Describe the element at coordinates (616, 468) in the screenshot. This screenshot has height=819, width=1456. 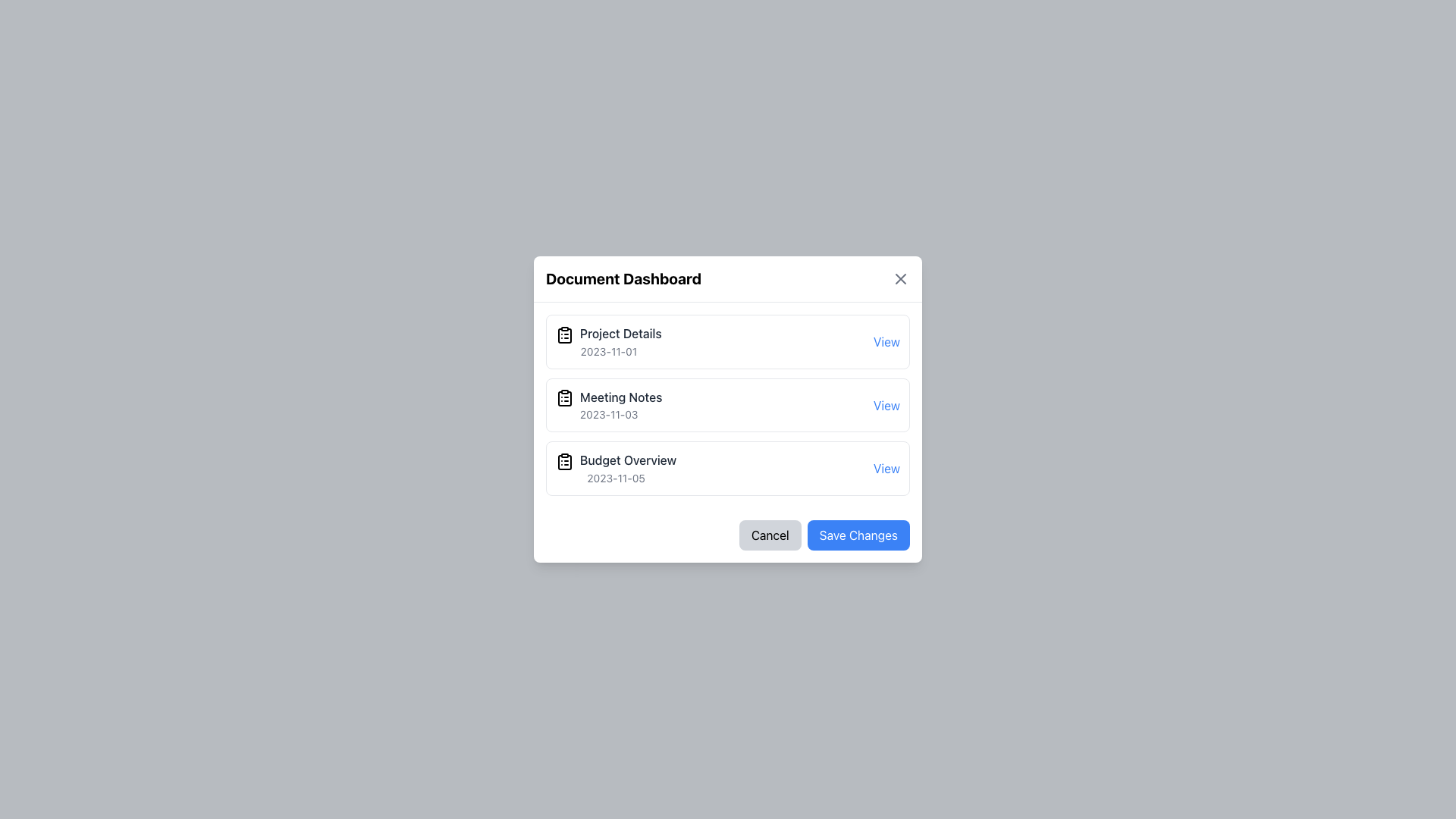
I see `the label with the title 'Budget Overview' and date '2023-11-05' within the 'Document Dashboard' modal dialog, positioned below 'Meeting Notes' and above 'Save Changes'` at that location.